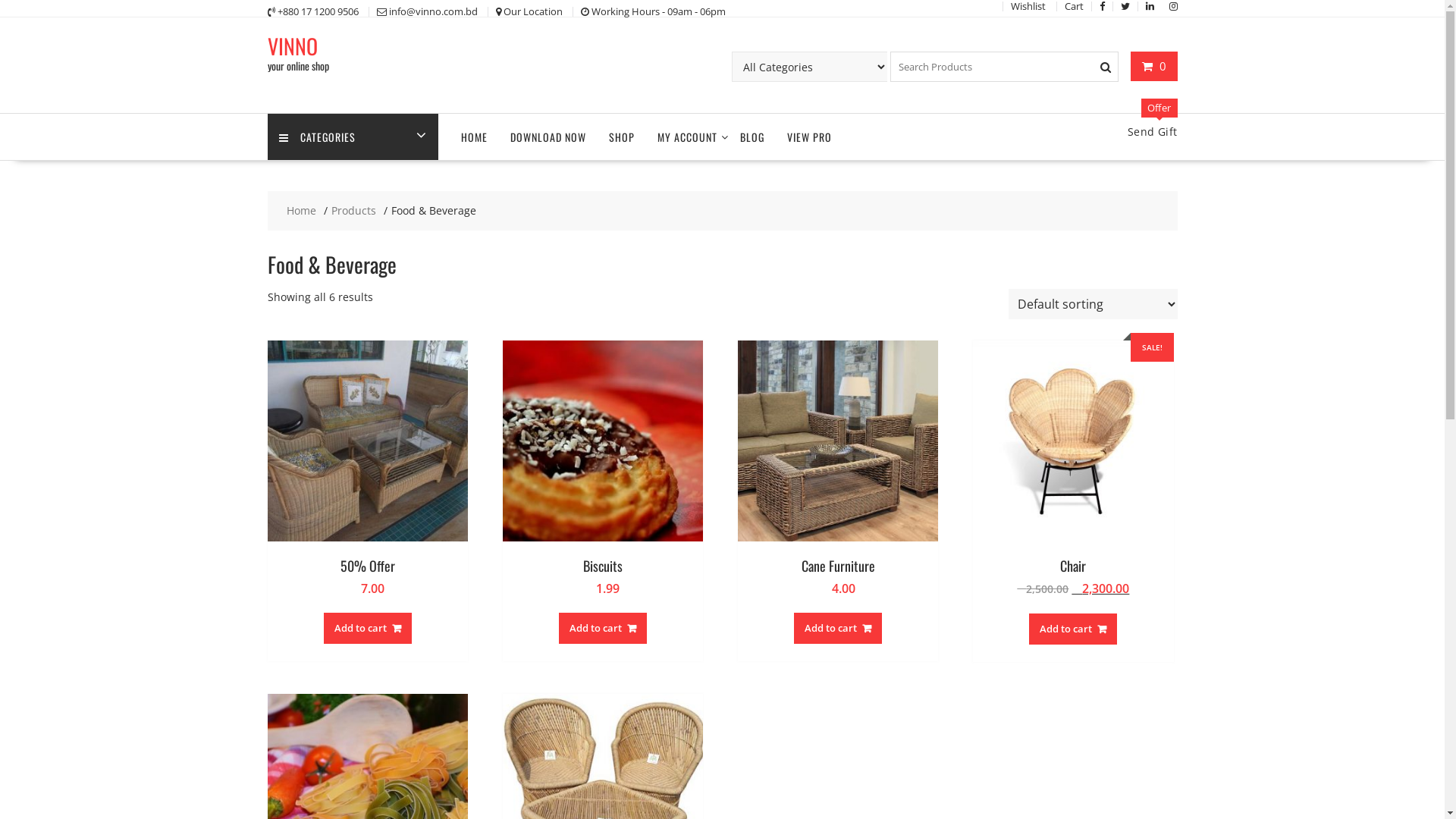  Describe the element at coordinates (532, 11) in the screenshot. I see `'Our Location'` at that location.